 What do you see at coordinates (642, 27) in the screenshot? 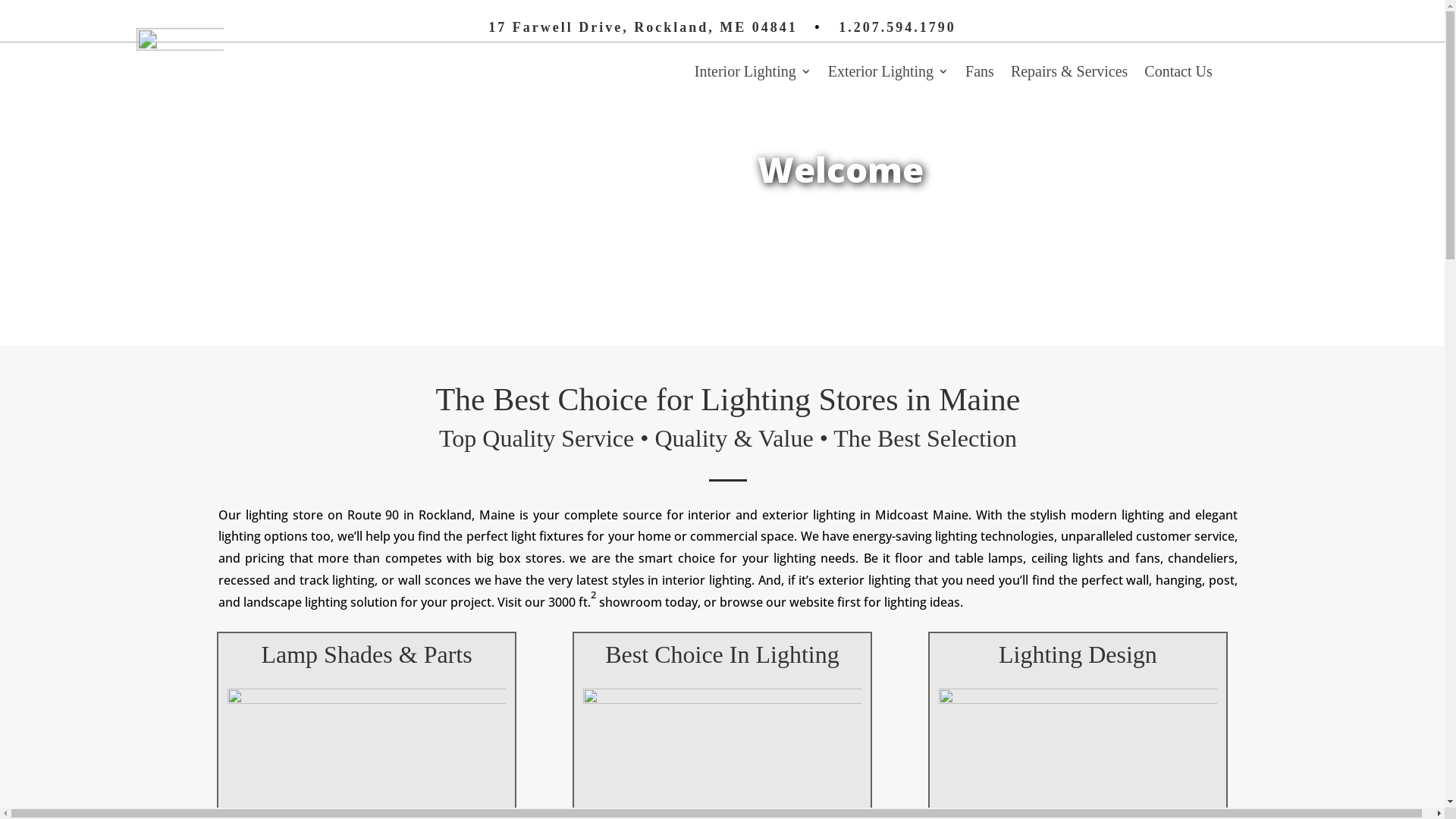
I see `'17 Farwell Drive, Rockland, ME 04841'` at bounding box center [642, 27].